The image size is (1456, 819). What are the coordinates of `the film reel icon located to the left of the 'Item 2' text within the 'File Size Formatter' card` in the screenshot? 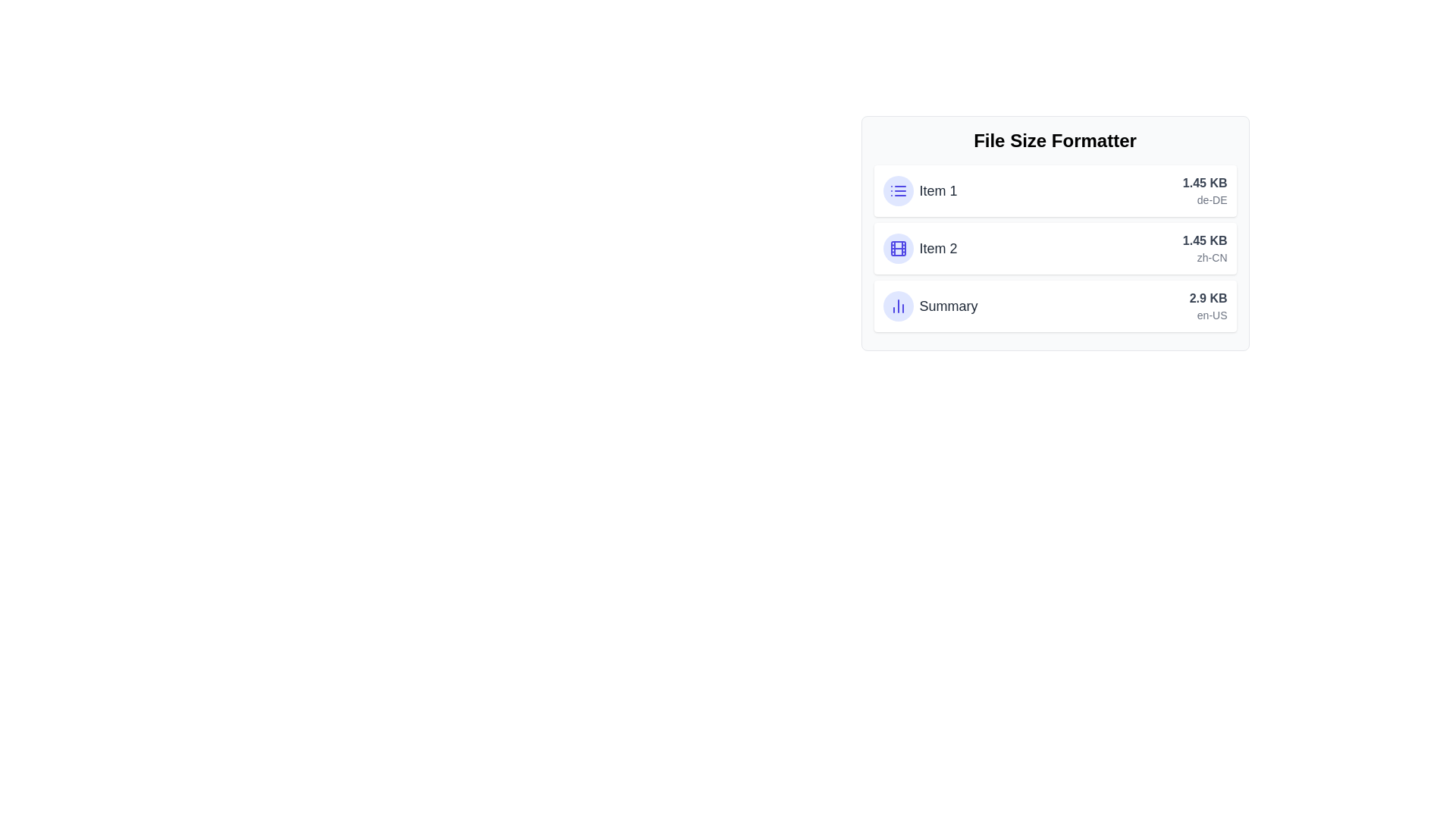 It's located at (898, 247).